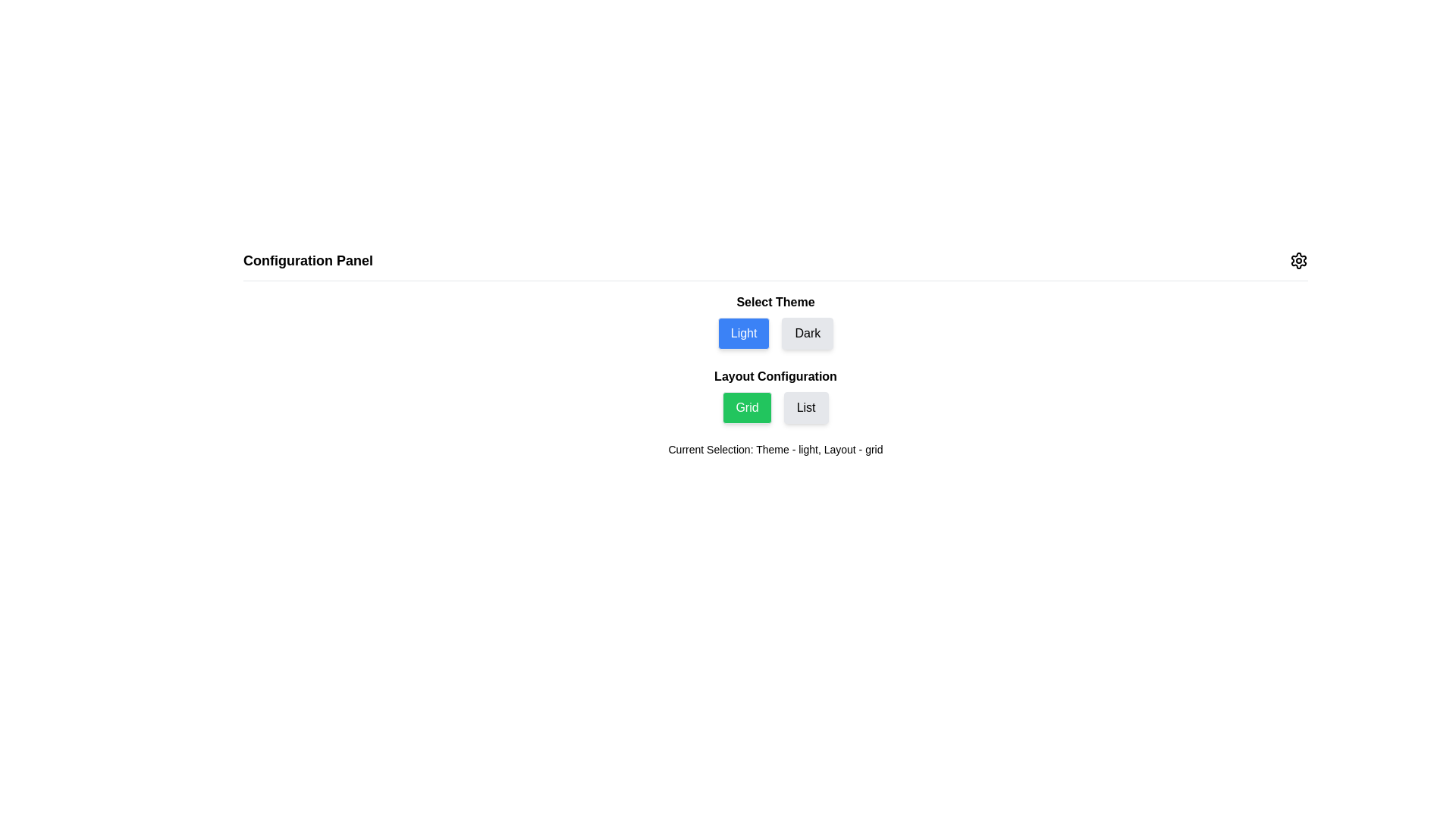 The height and width of the screenshot is (819, 1456). What do you see at coordinates (1298, 259) in the screenshot?
I see `the gear icon located` at bounding box center [1298, 259].